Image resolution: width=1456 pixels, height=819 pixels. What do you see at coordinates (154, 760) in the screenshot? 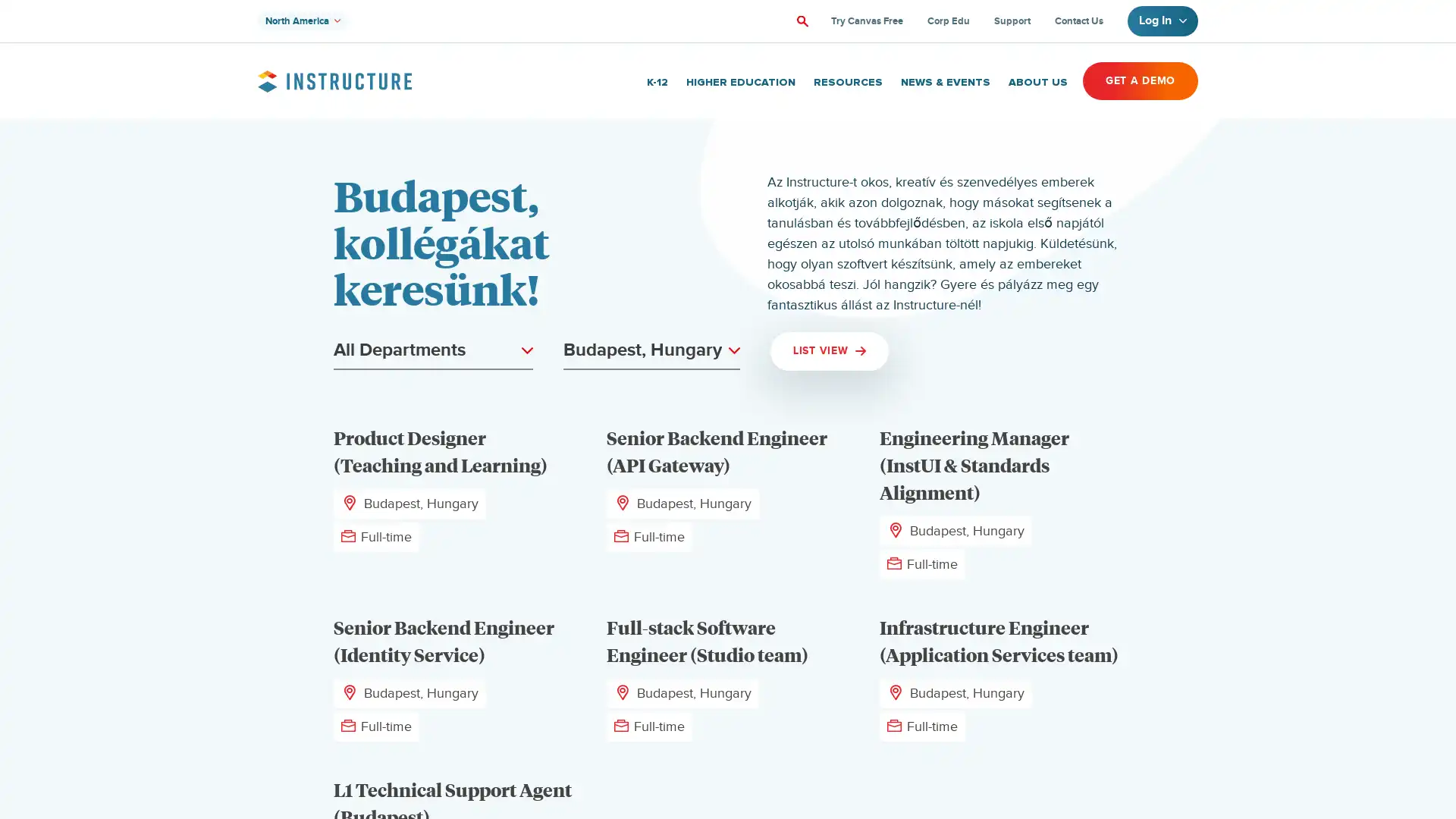
I see `Cookies Settings` at bounding box center [154, 760].